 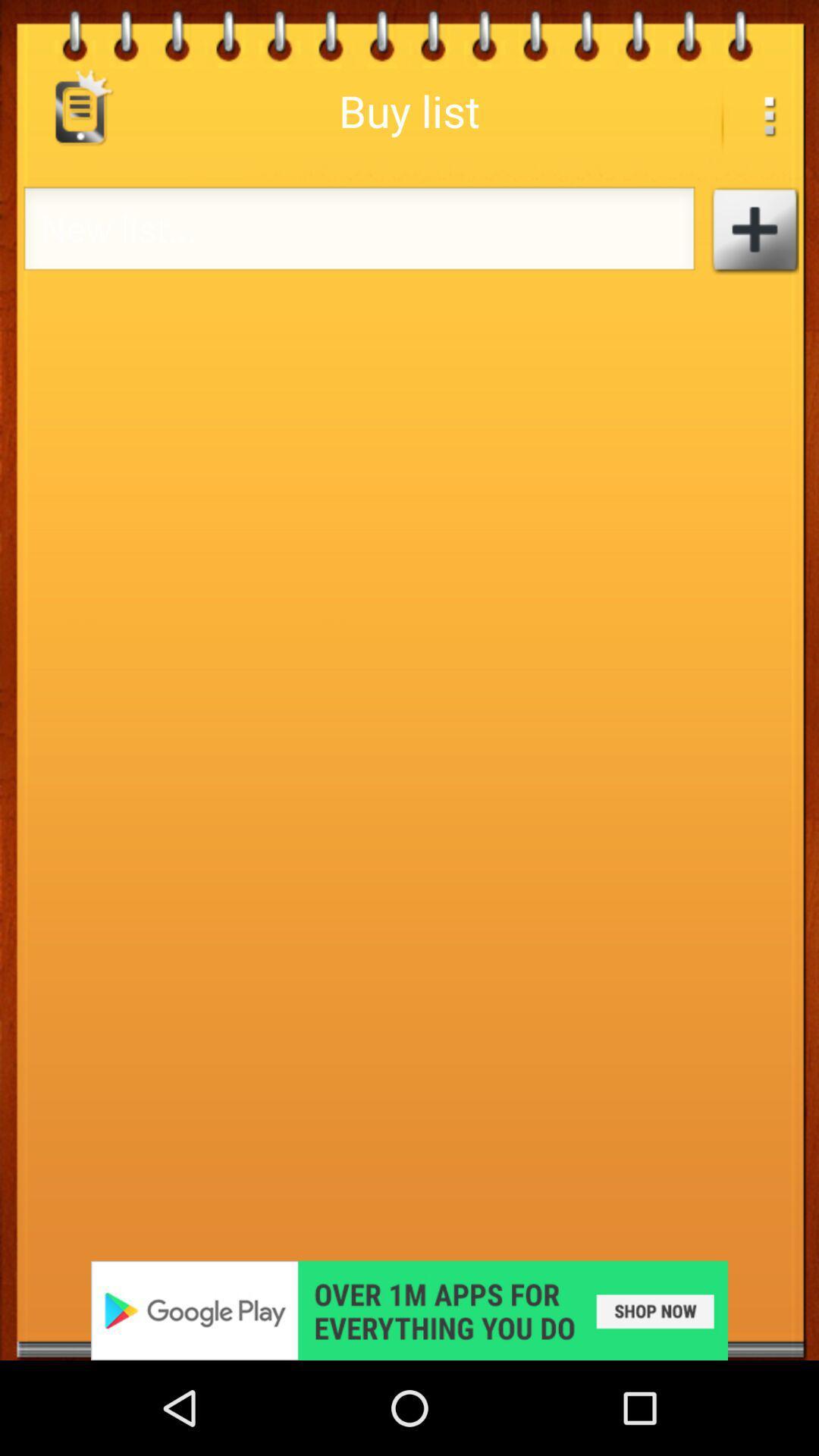 I want to click on text, so click(x=754, y=229).